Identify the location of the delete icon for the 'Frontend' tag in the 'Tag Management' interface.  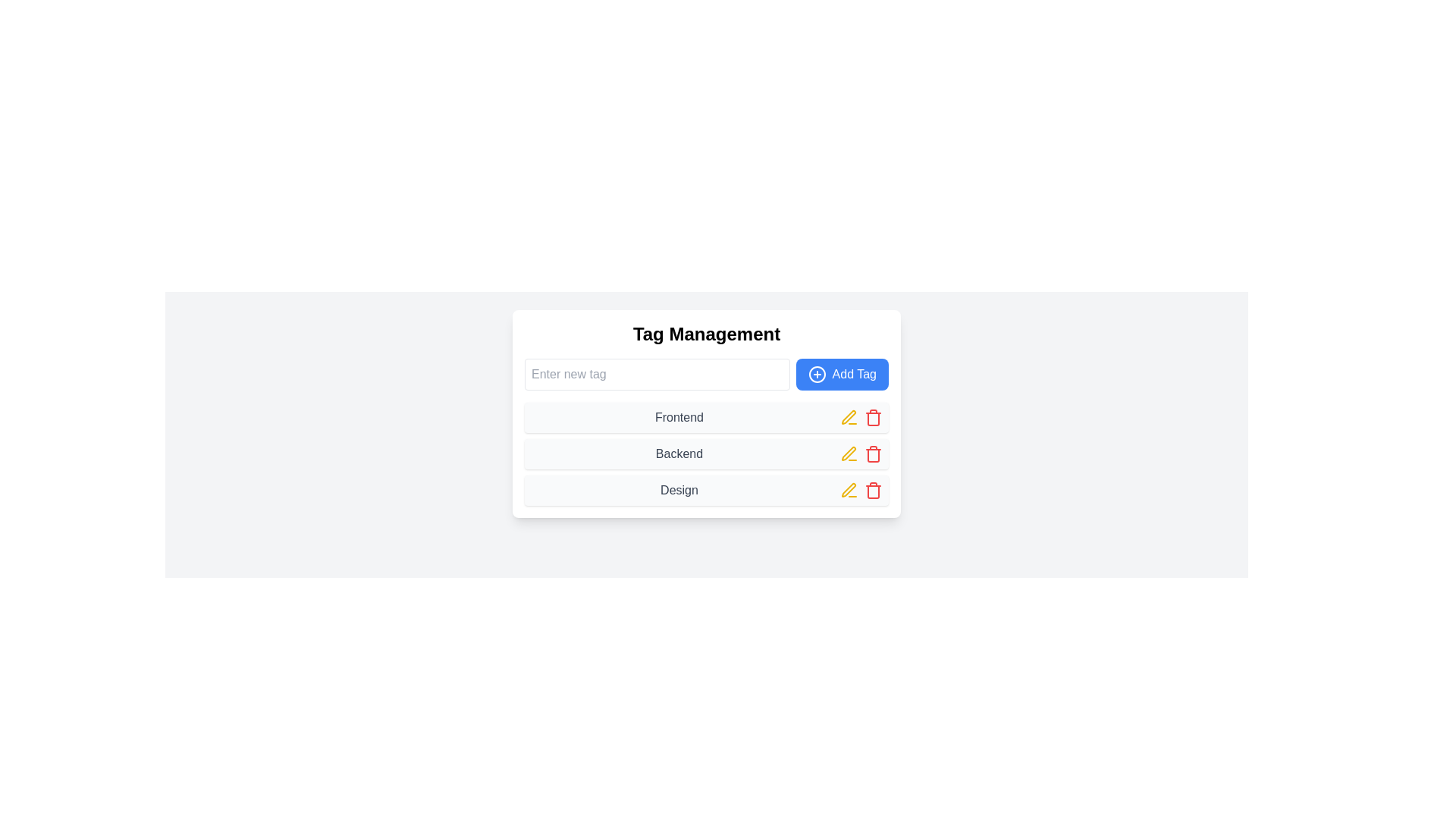
(874, 418).